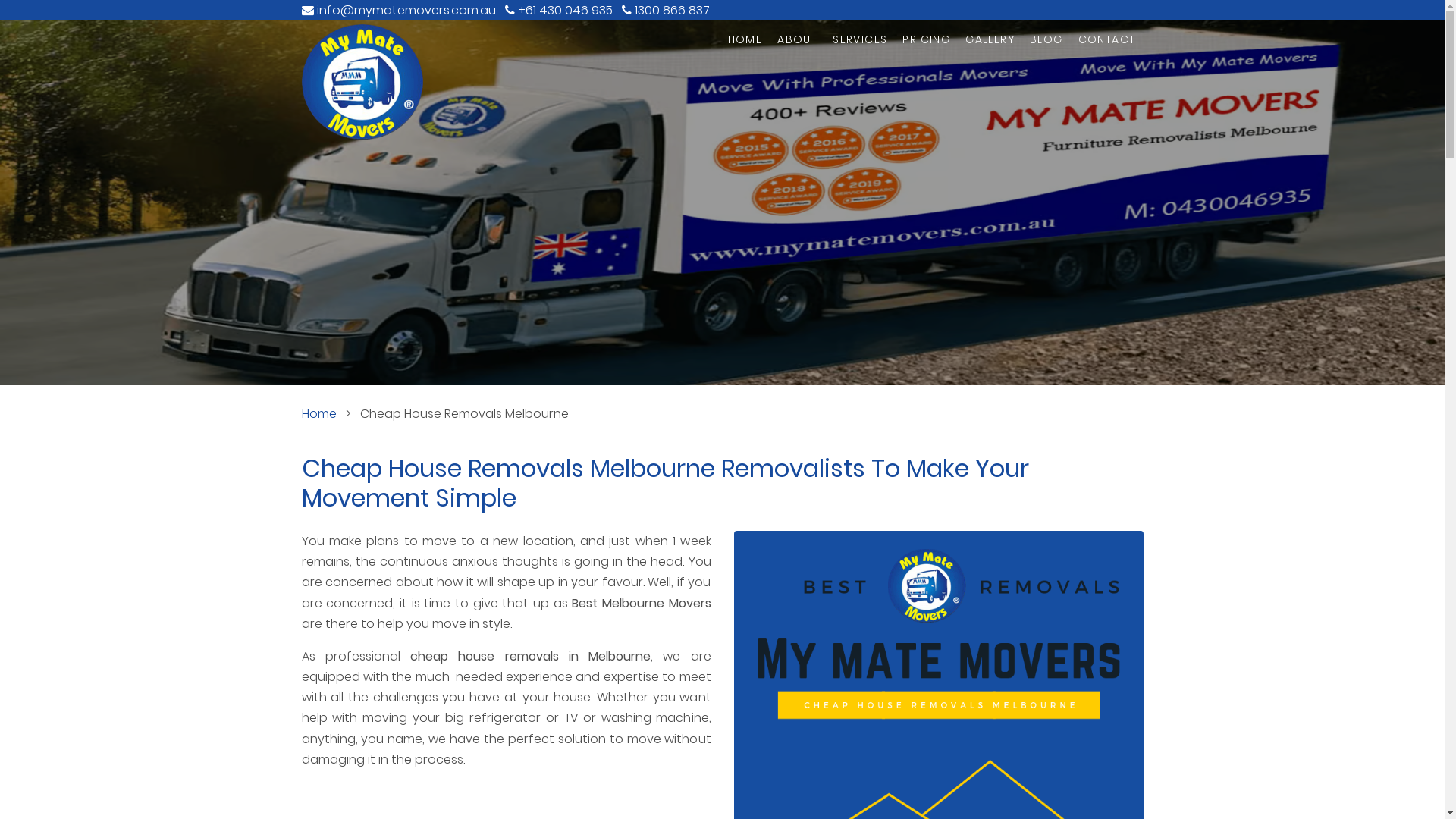 The image size is (1456, 819). I want to click on 'SERVICES', so click(859, 38).